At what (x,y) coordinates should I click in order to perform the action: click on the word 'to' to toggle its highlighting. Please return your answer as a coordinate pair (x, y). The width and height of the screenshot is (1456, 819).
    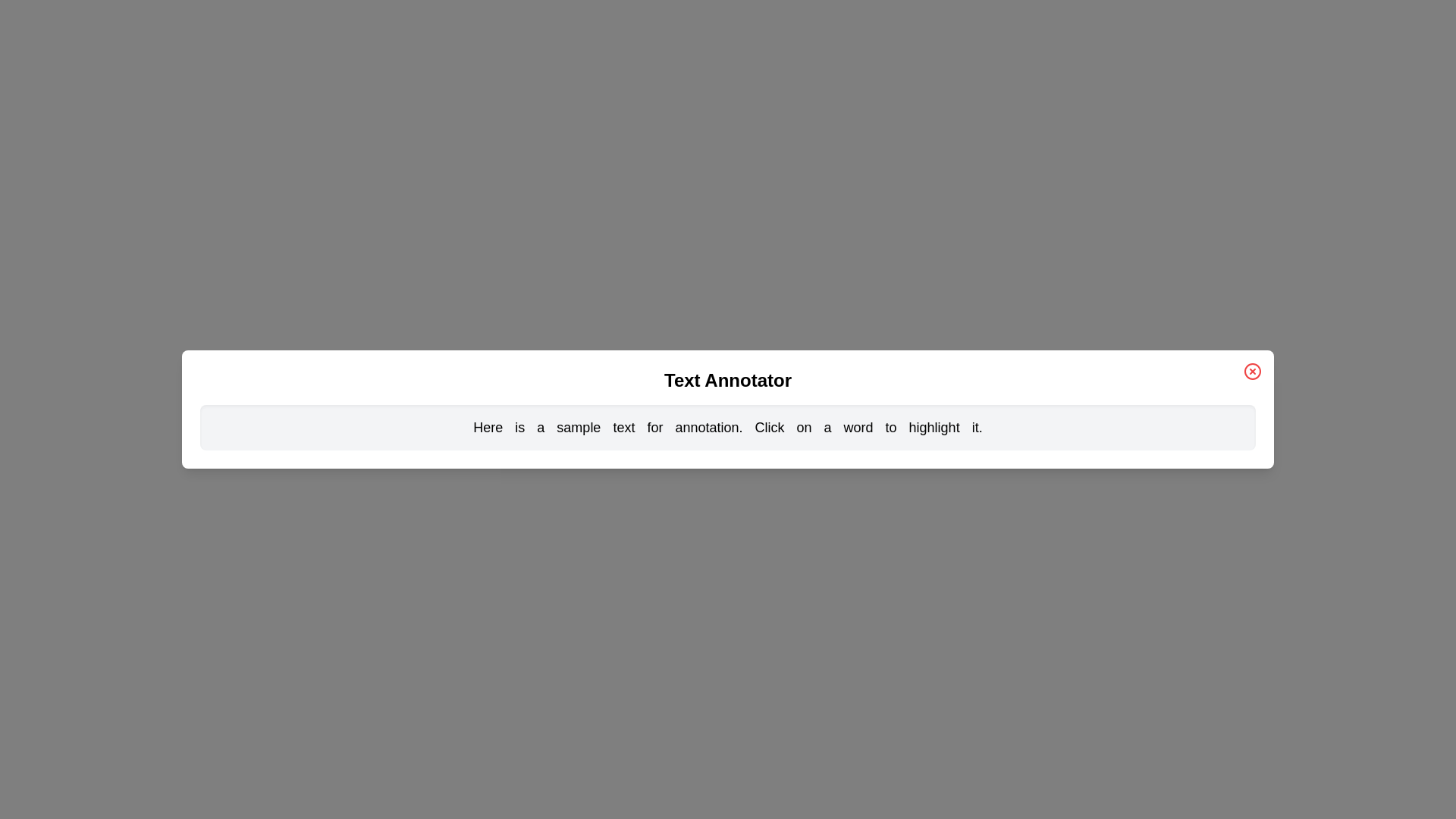
    Looking at the image, I should click on (891, 427).